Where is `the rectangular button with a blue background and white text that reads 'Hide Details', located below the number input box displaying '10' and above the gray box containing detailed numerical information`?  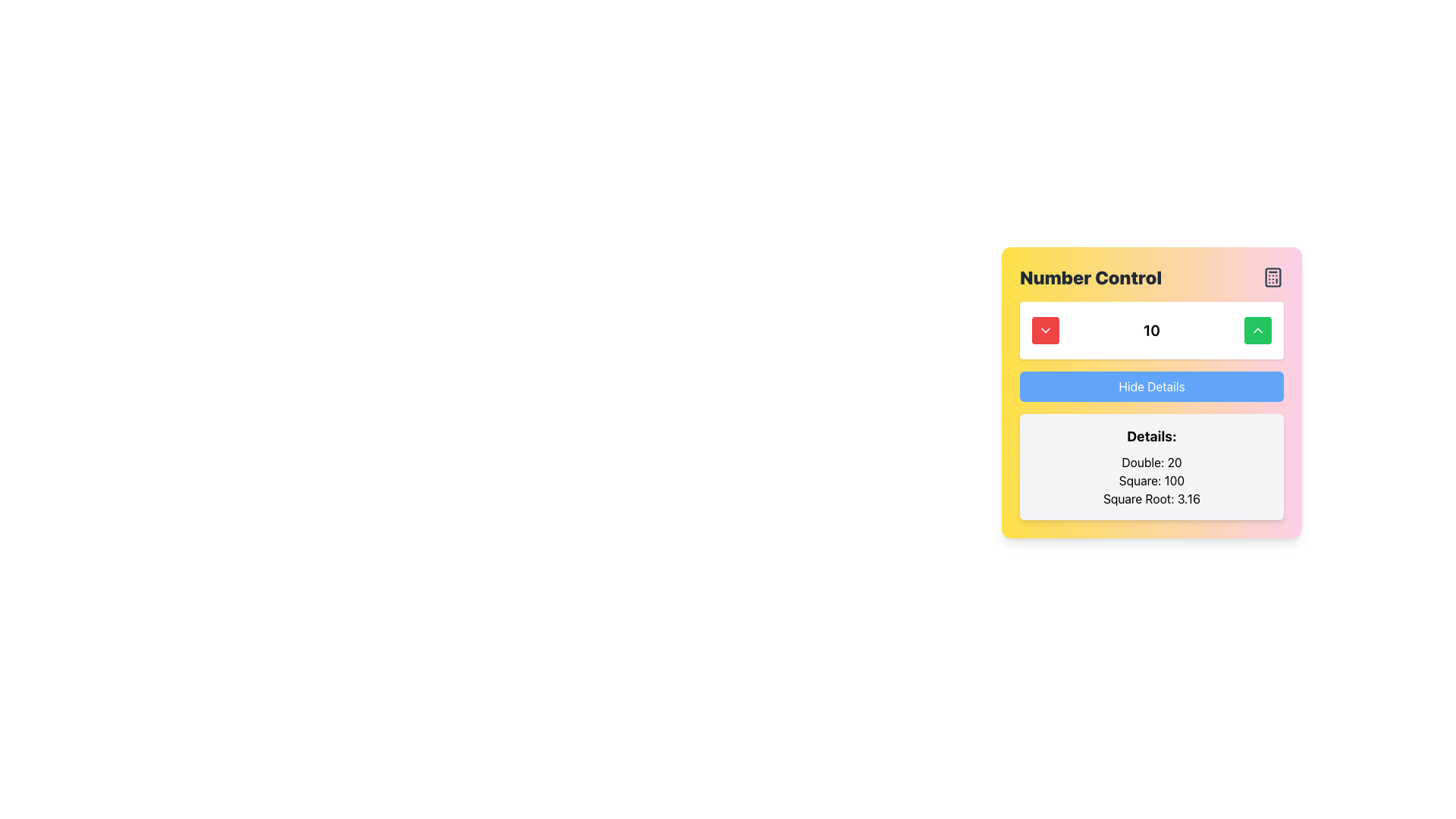 the rectangular button with a blue background and white text that reads 'Hide Details', located below the number input box displaying '10' and above the gray box containing detailed numerical information is located at coordinates (1151, 391).